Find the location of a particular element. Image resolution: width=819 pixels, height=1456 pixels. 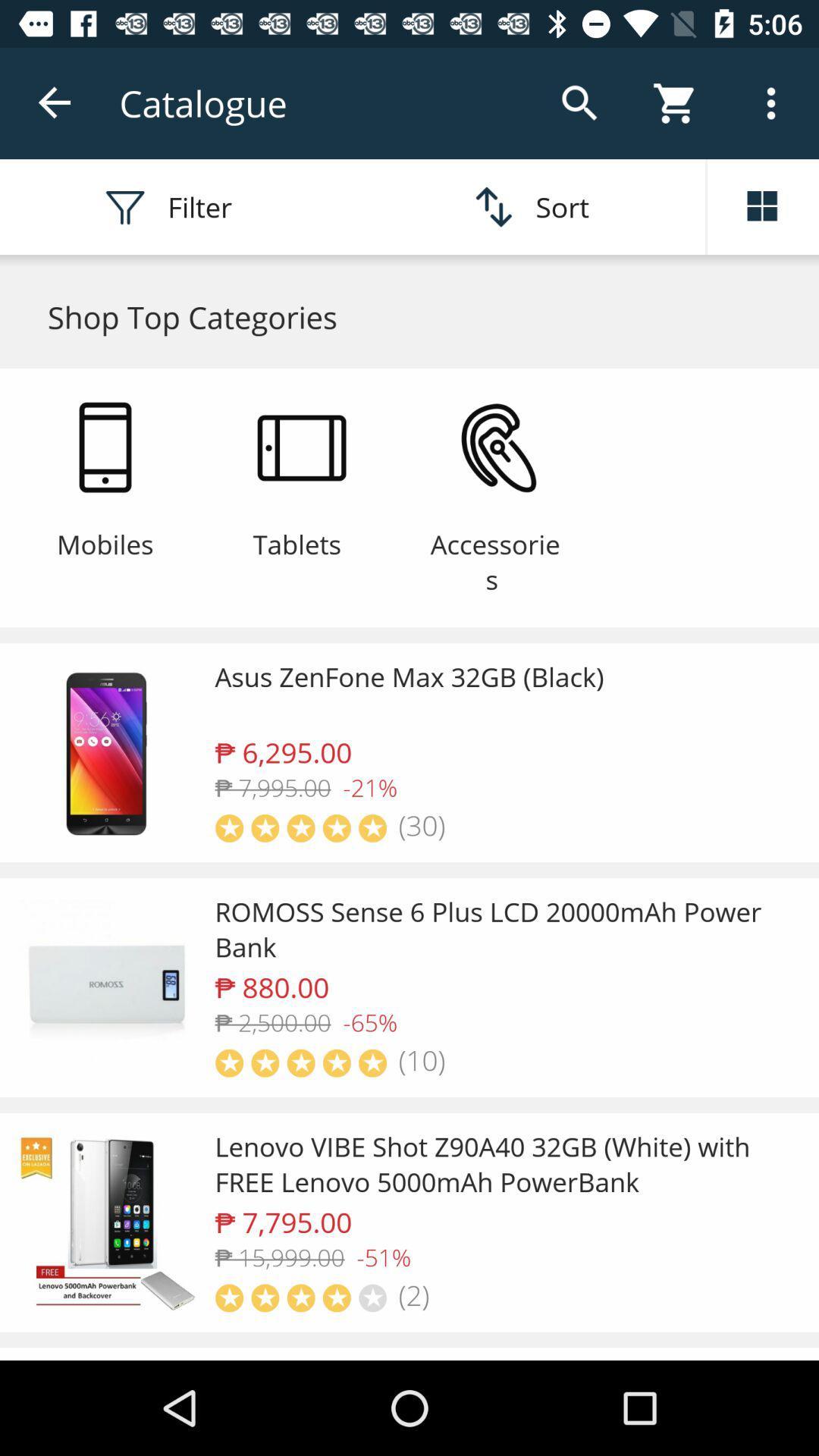

the icon to the left of catalogue icon is located at coordinates (55, 102).